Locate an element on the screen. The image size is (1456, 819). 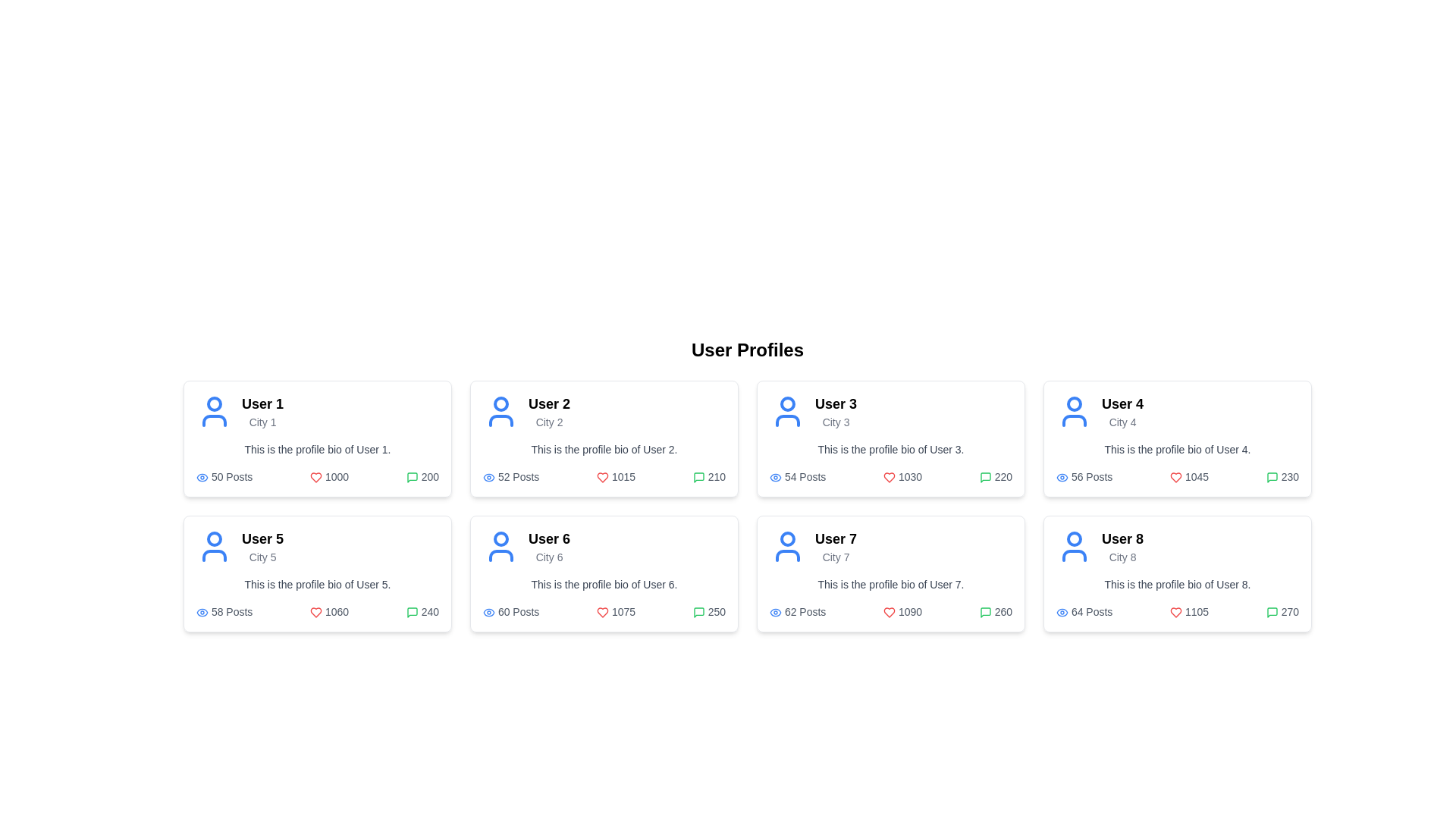
the statistics display element located at the bottom of the 'User 6' card is located at coordinates (603, 610).